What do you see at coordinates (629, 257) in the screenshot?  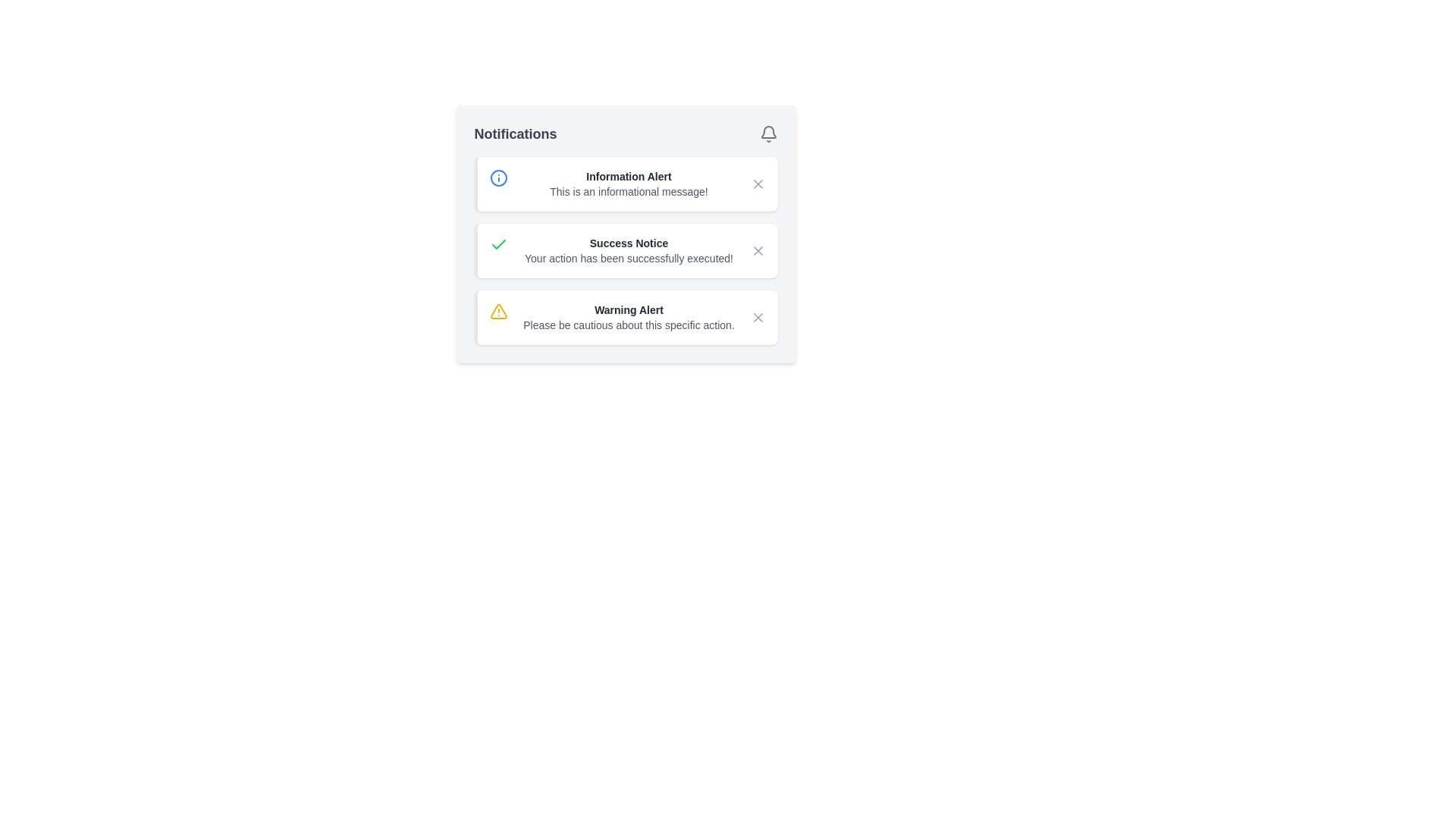 I see `text 'Your action has been successfully executed!' located in the notification card titled 'Success Notice', which is centered within the second notification card in a vertical list of notifications` at bounding box center [629, 257].